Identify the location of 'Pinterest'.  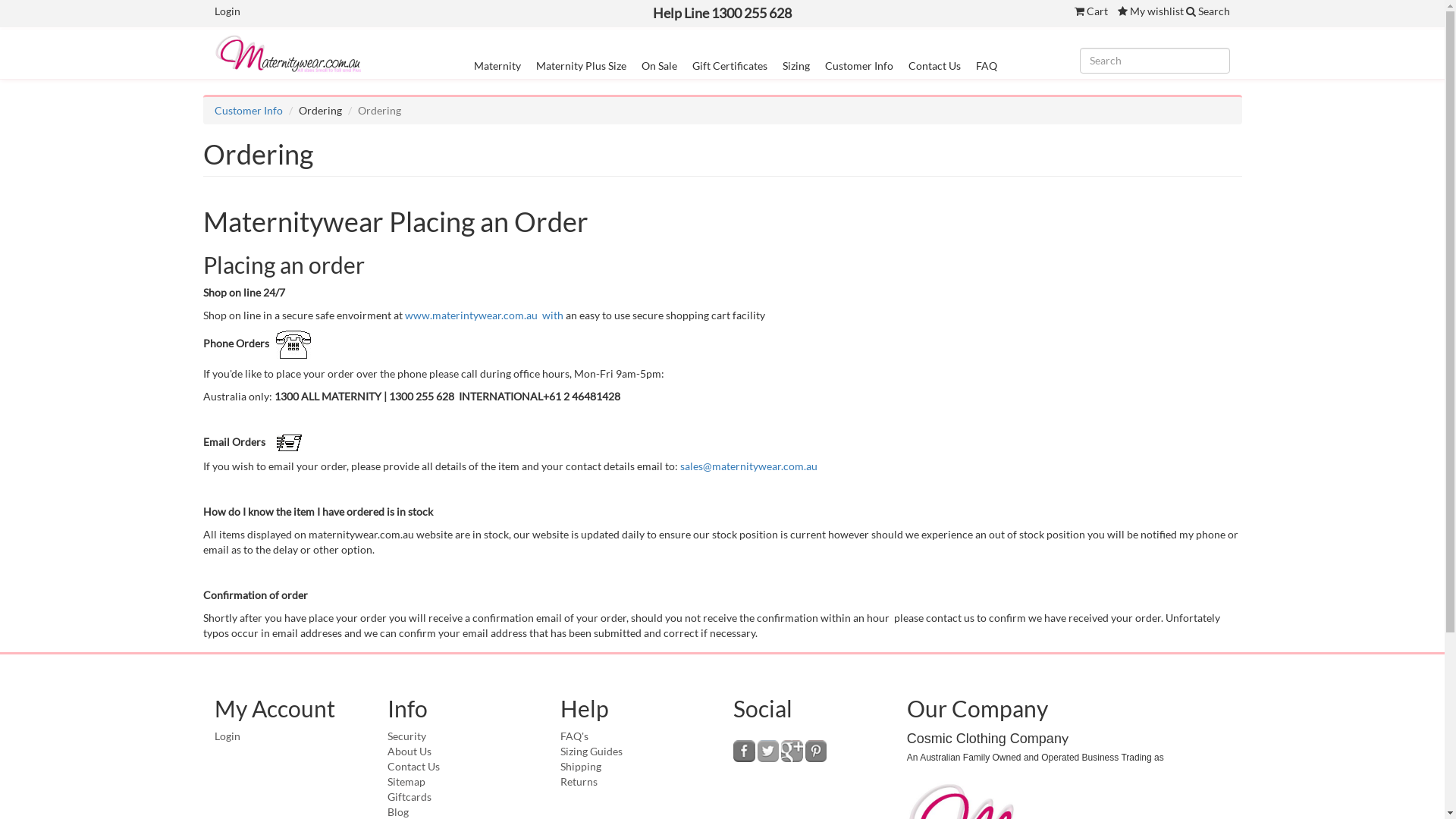
(815, 751).